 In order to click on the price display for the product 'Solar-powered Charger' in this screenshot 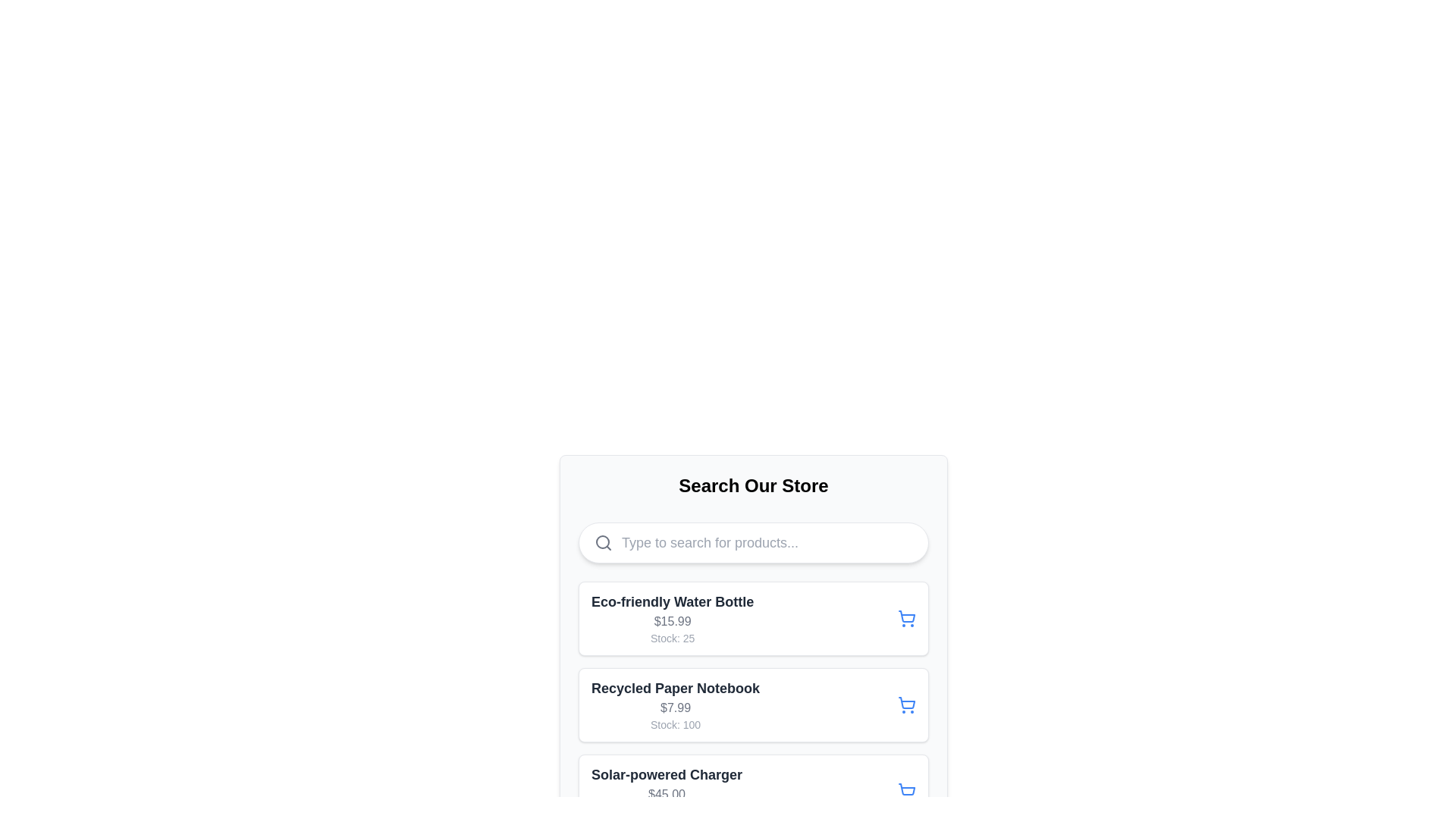, I will do `click(667, 794)`.